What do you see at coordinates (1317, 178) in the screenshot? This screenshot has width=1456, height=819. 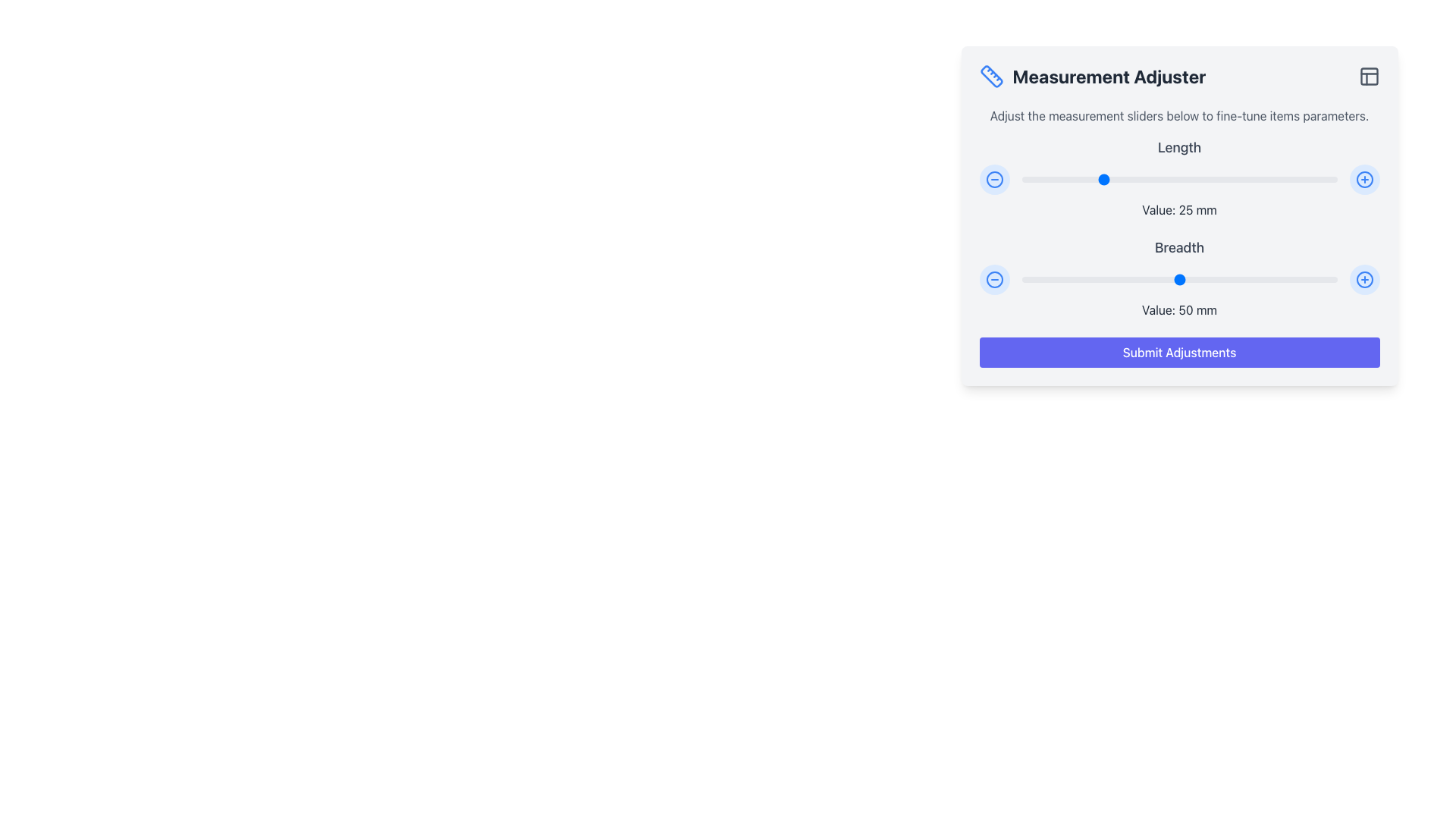 I see `the length adjustment slider` at bounding box center [1317, 178].